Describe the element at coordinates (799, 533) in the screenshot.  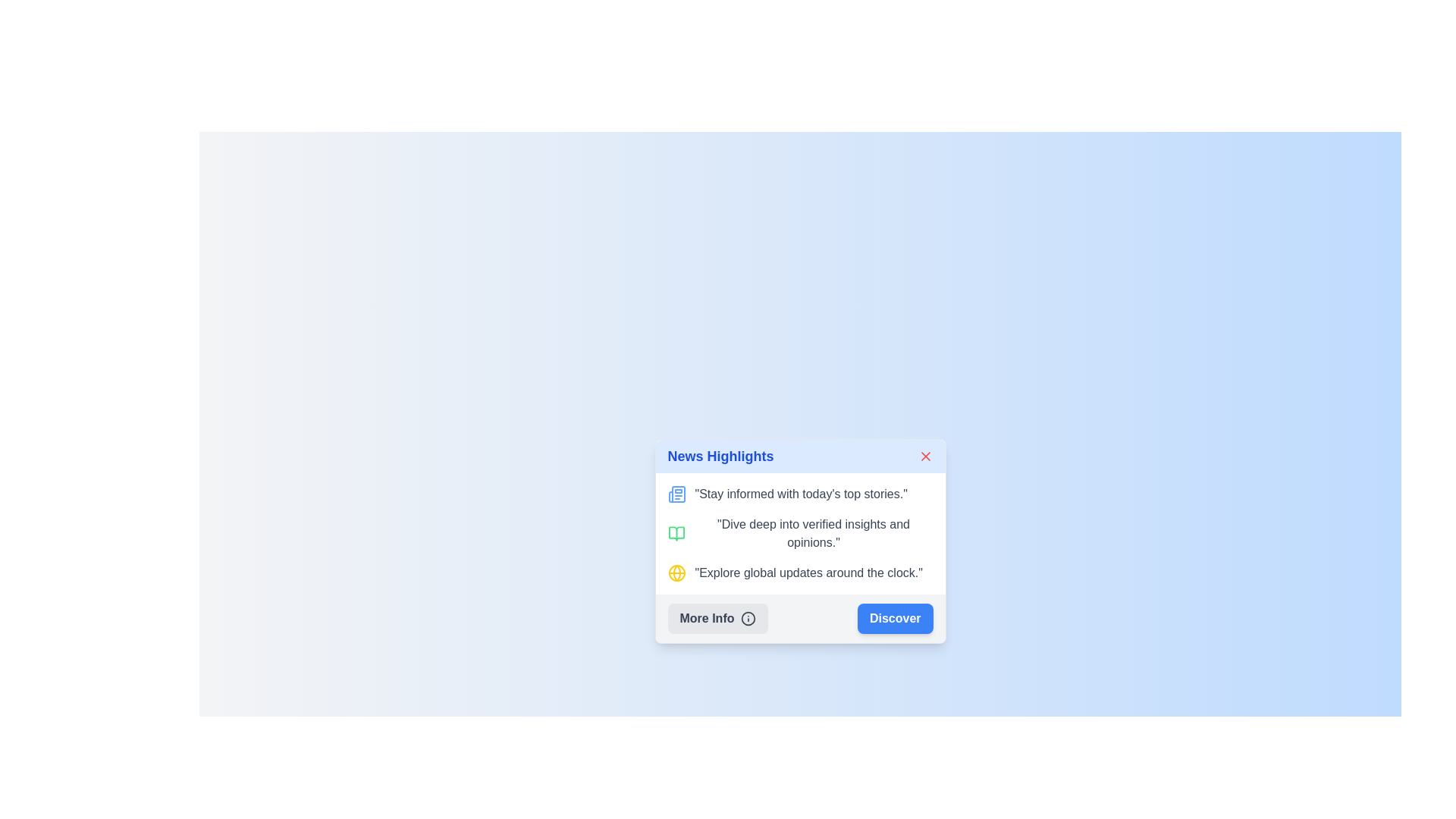
I see `text from the informational block containing a green outline of an open book icon and the text 'Dive deep into verified insights and opinions.'` at that location.